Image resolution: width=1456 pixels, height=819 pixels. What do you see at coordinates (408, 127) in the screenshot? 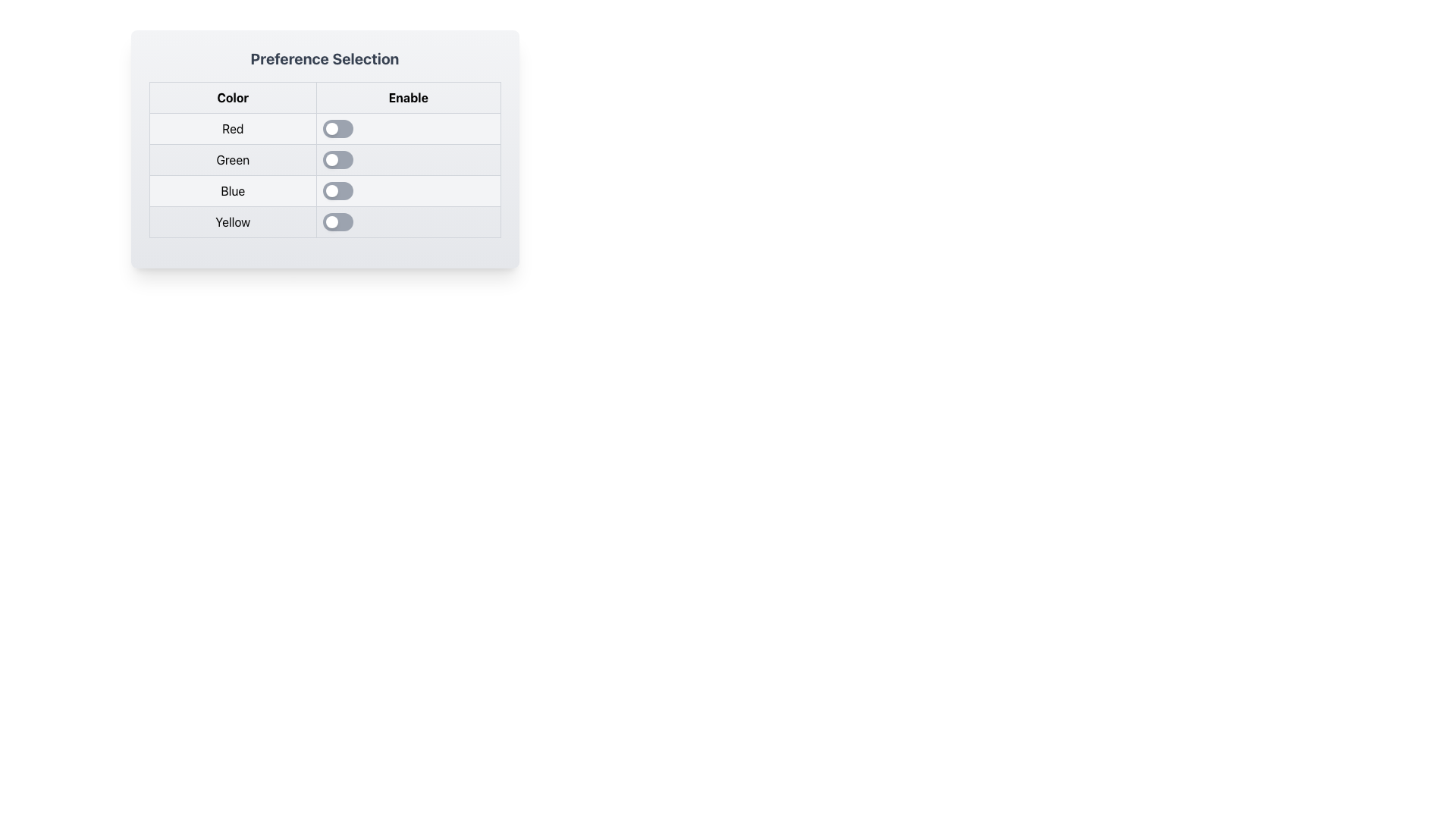
I see `the toggle switch located in the 'Enable' column of the table row labeled 'Red' to change its state` at bounding box center [408, 127].